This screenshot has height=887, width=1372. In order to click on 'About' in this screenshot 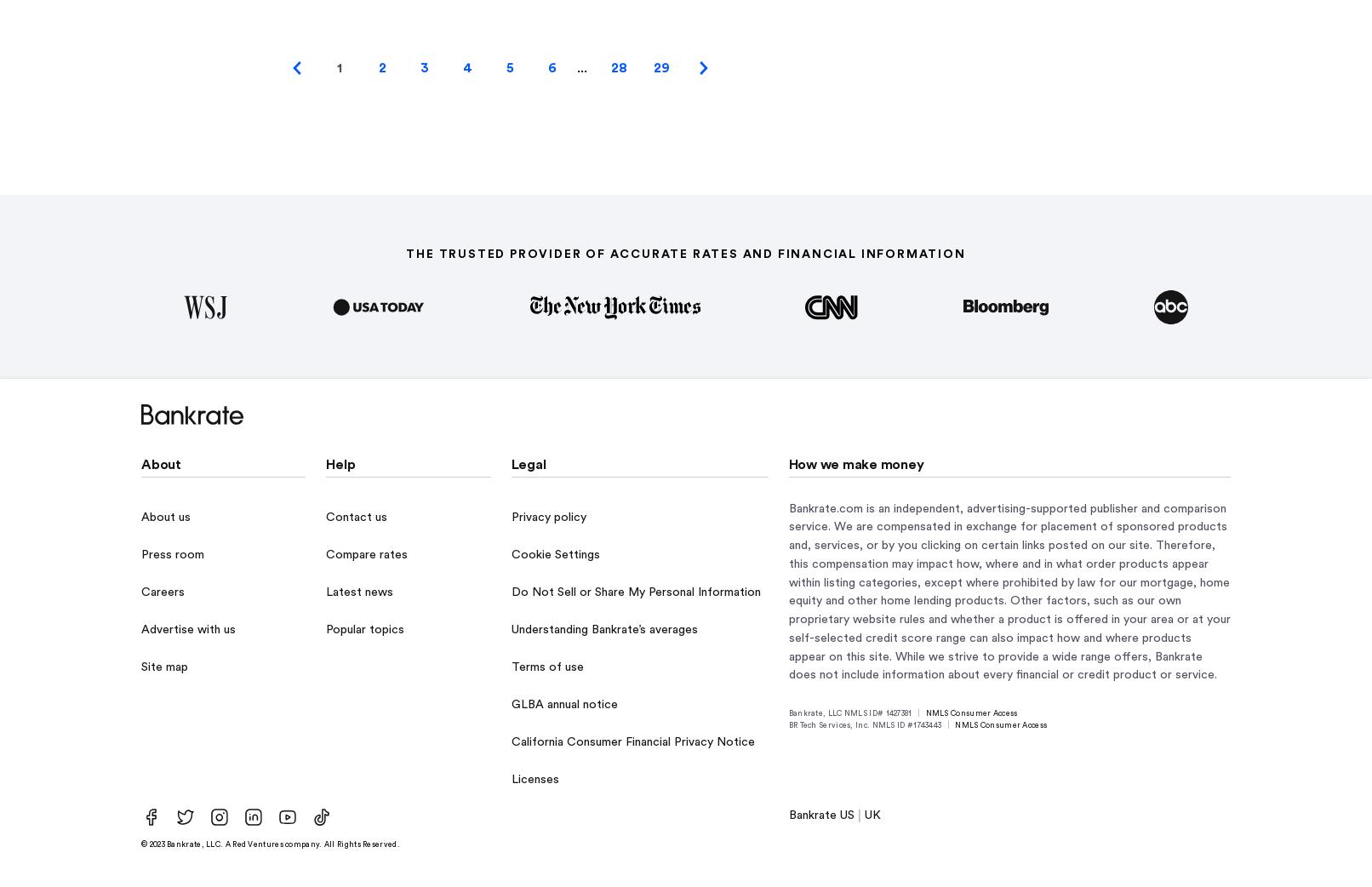, I will do `click(141, 462)`.